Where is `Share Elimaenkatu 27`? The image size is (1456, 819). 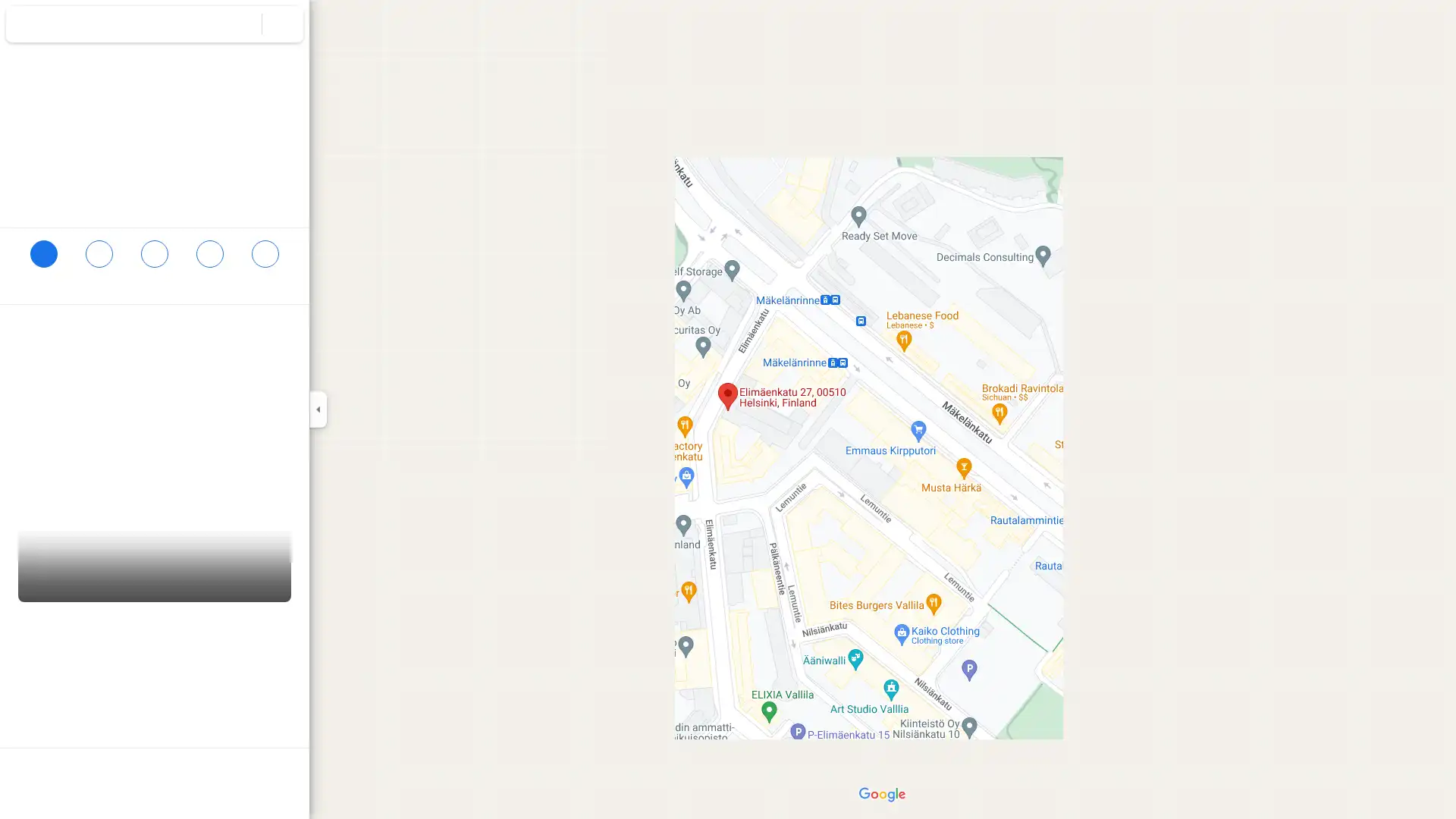 Share Elimaenkatu 27 is located at coordinates (265, 259).